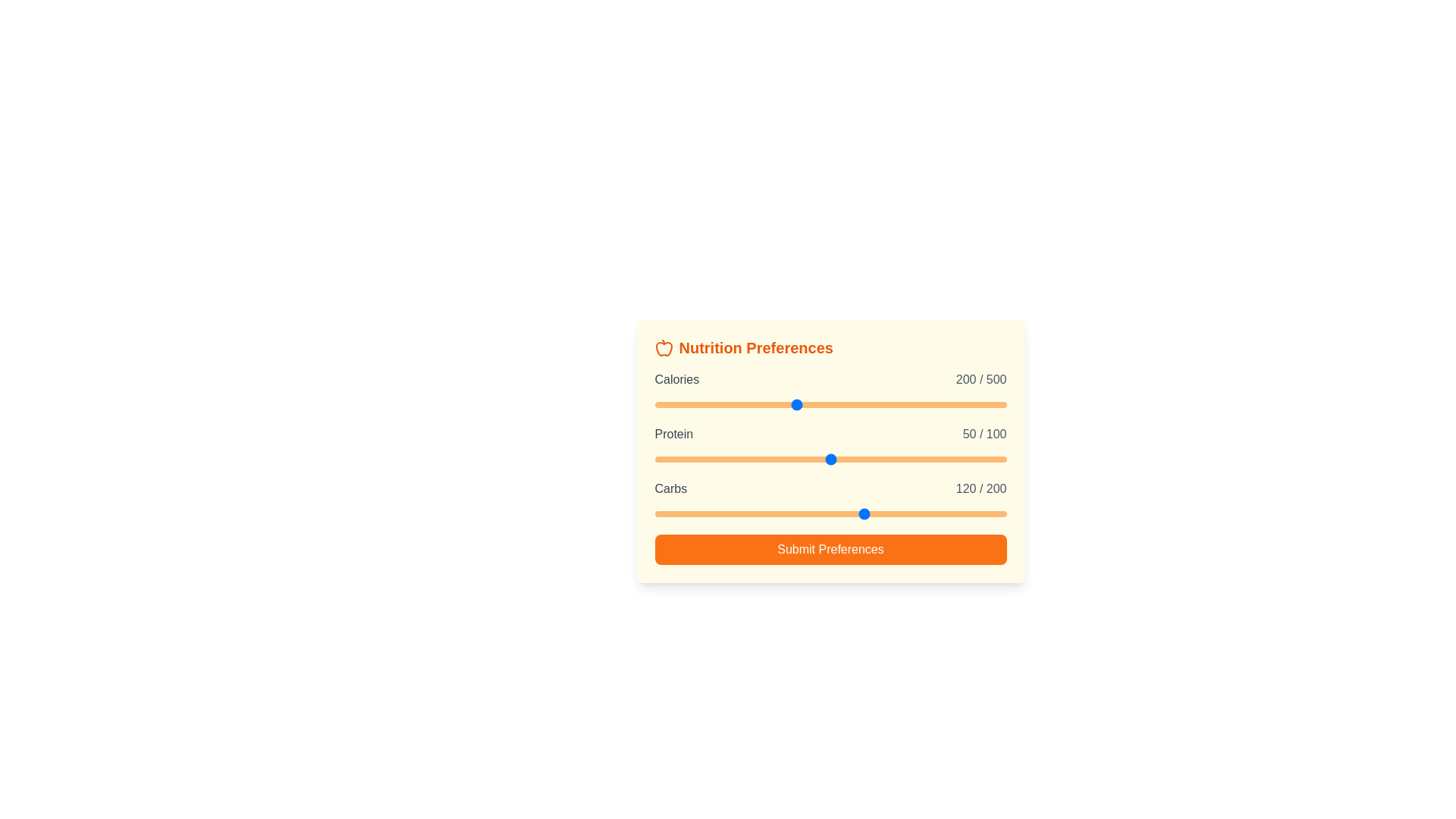  What do you see at coordinates (673, 435) in the screenshot?
I see `the text label displaying 'Protein' which is styled in gray color and appears in the 'Nutrition Preferences' section, located between the 'Calories' and 'Carbs' rows` at bounding box center [673, 435].